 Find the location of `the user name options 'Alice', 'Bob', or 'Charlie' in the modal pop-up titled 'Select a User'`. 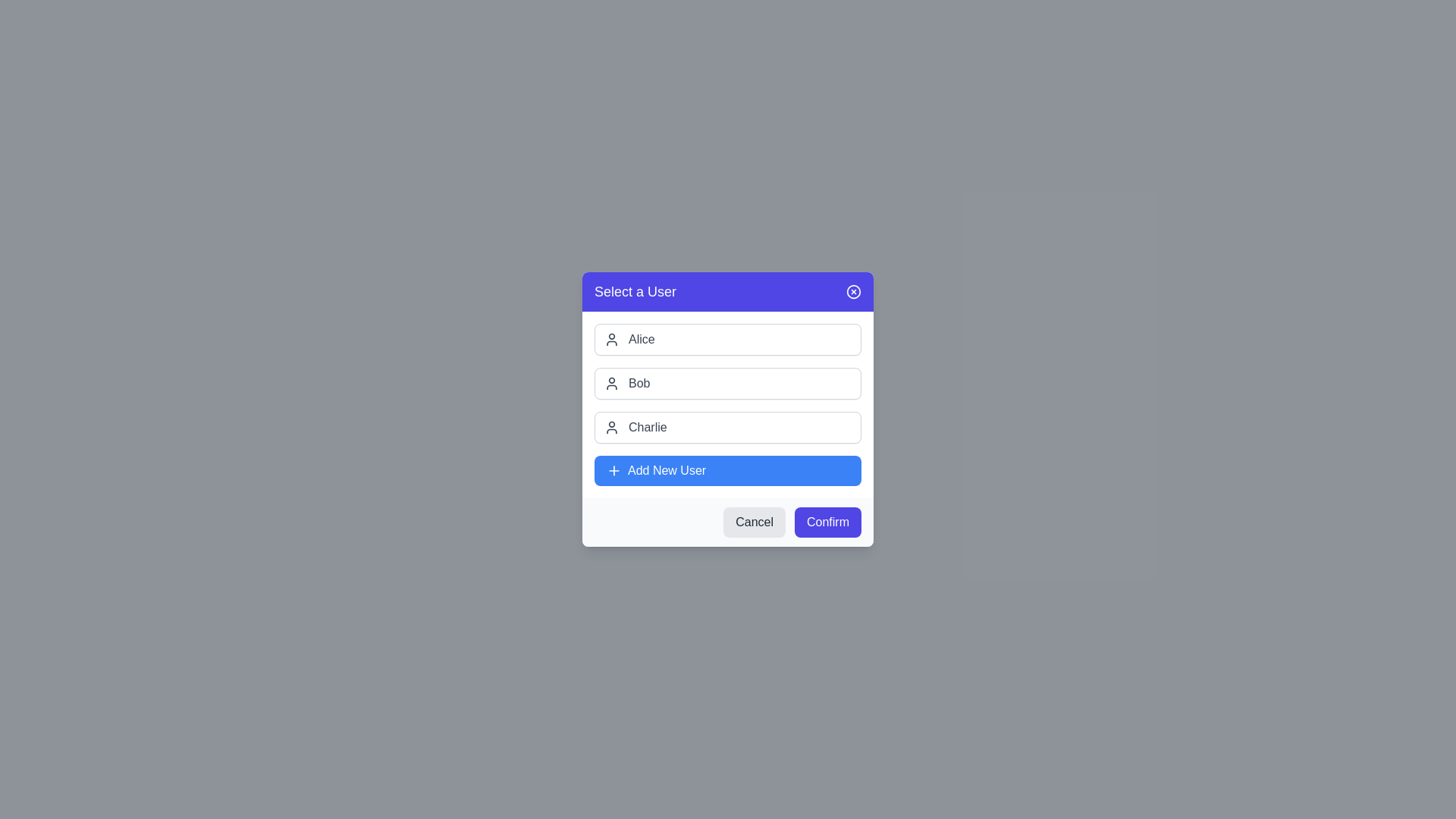

the user name options 'Alice', 'Bob', or 'Charlie' in the modal pop-up titled 'Select a User' is located at coordinates (728, 409).